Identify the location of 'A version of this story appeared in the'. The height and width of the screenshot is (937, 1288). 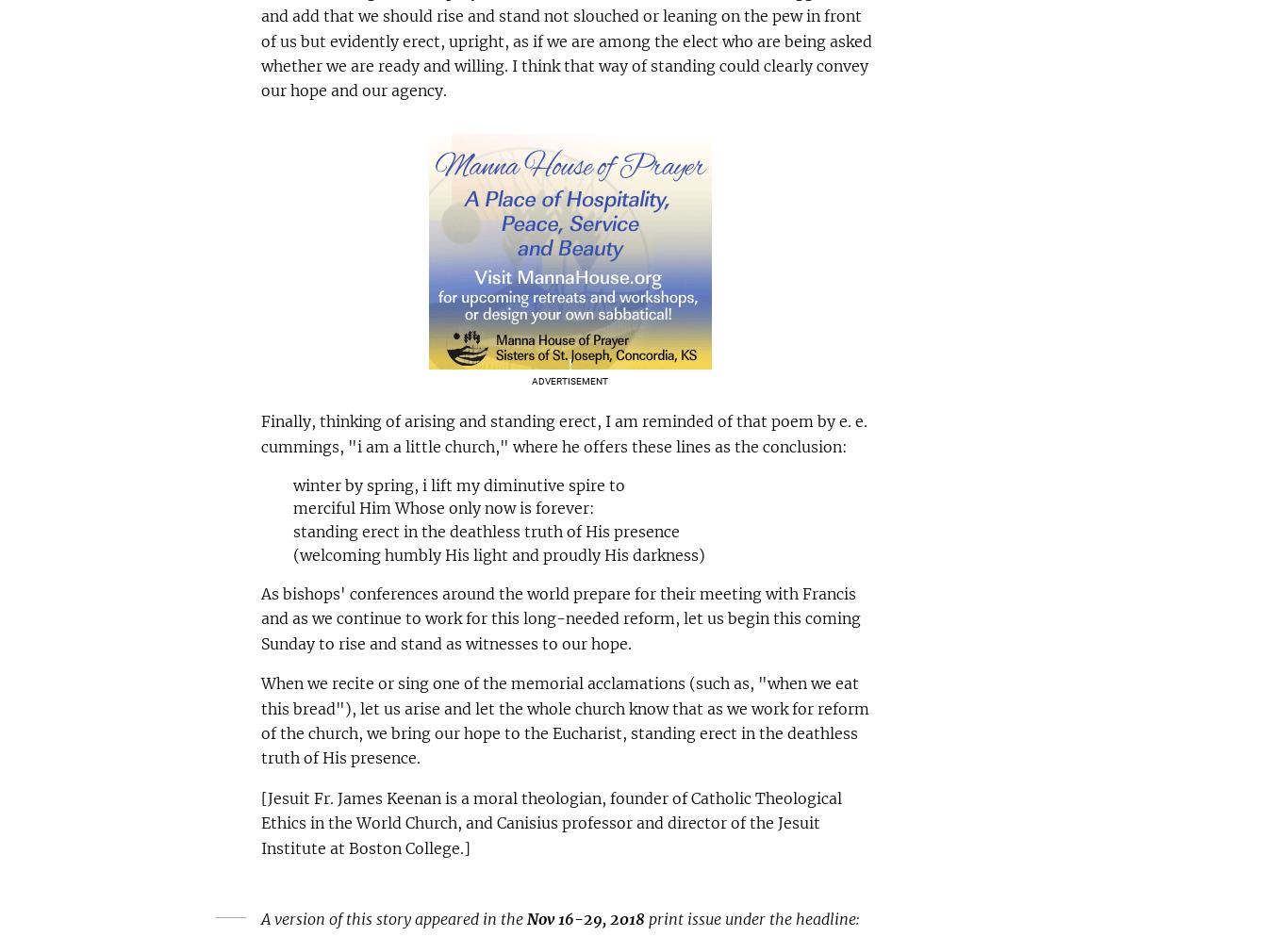
(392, 917).